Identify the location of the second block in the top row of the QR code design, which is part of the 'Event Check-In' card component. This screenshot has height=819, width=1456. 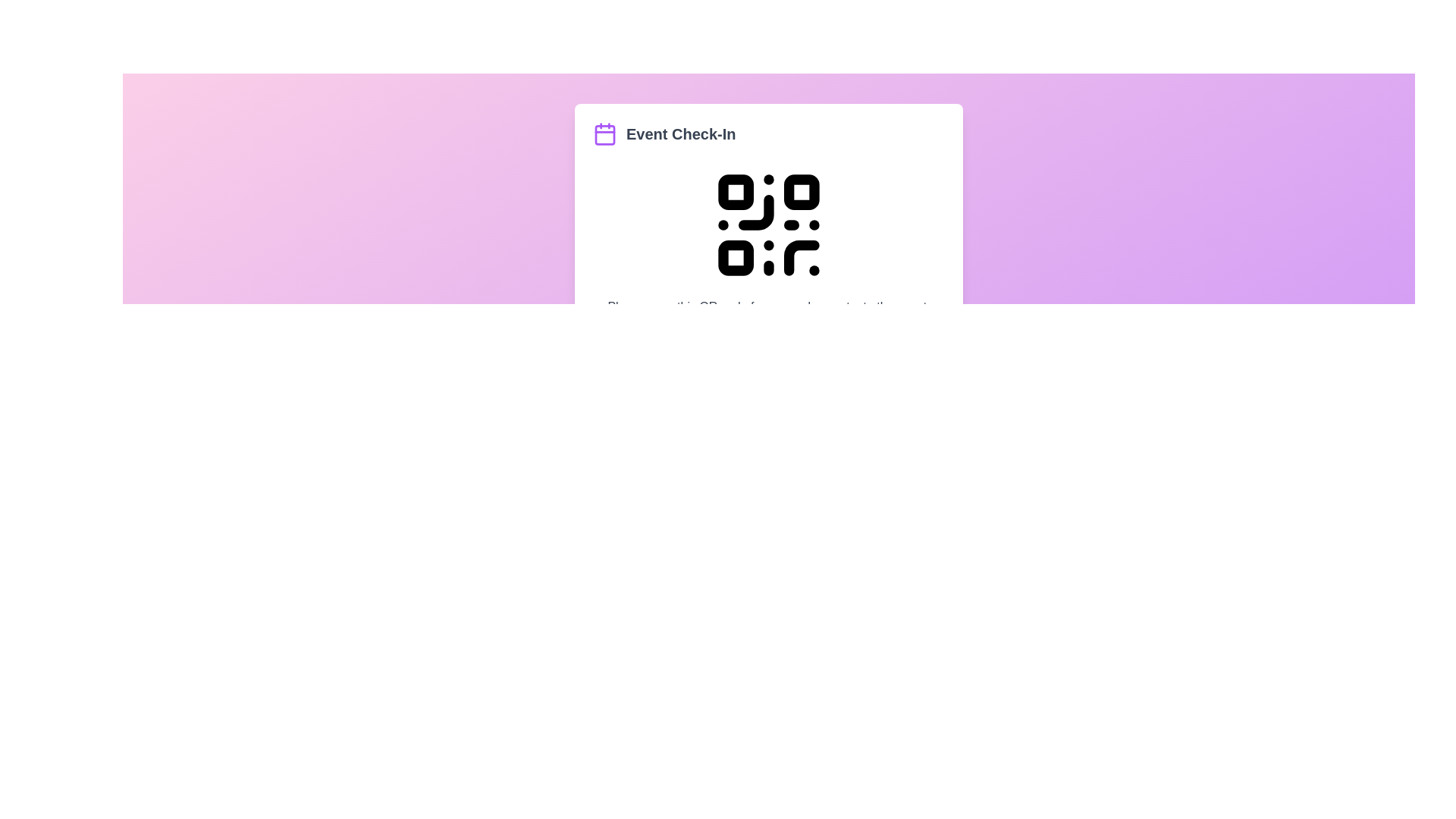
(801, 191).